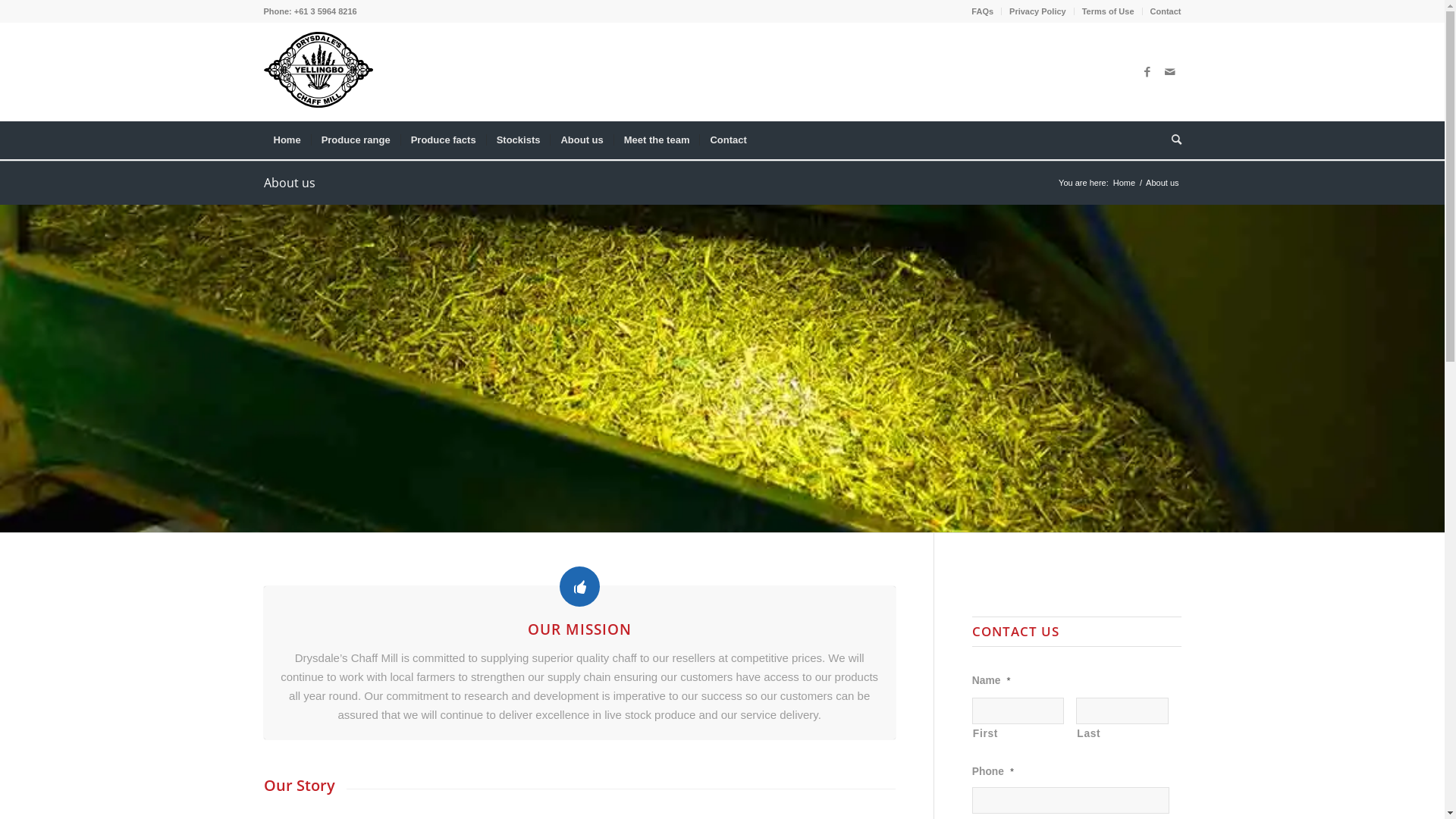  I want to click on 'Privacy Policy', so click(1009, 11).